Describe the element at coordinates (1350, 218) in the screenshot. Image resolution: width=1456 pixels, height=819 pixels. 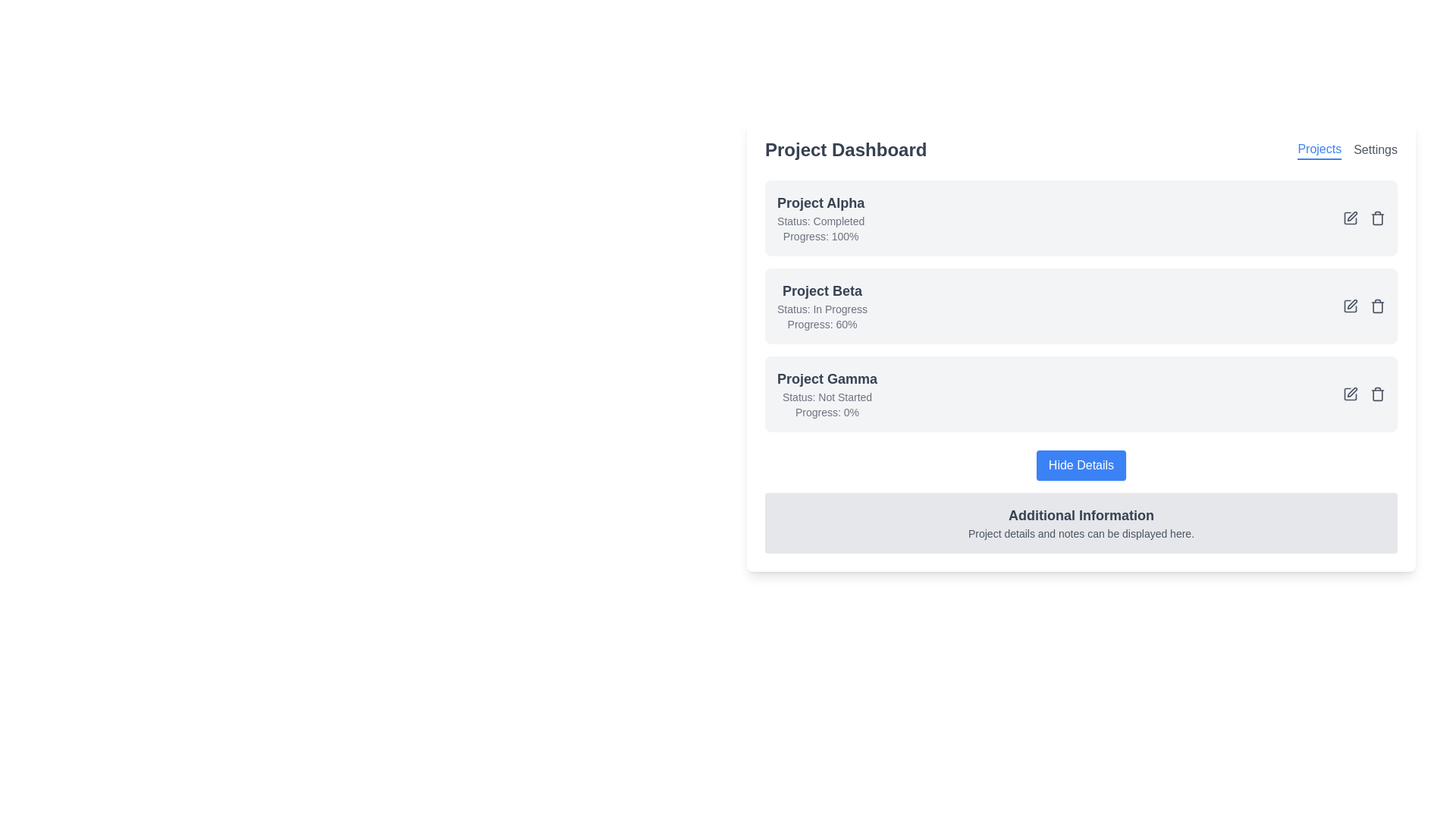
I see `the edit button for 'Project Alpha'` at that location.